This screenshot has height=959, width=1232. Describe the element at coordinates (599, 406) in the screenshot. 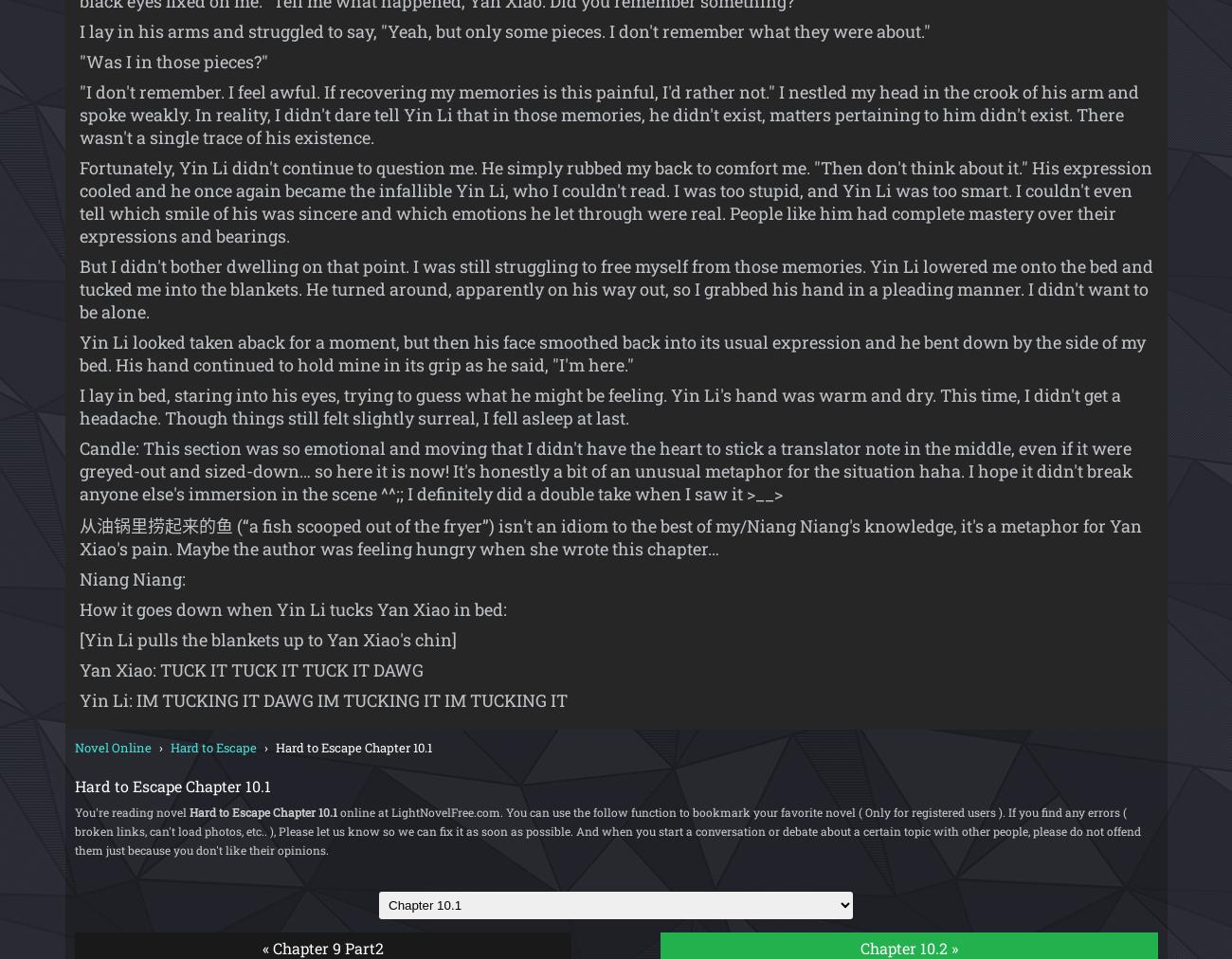

I see `'I lay in bed, staring into his eyes, trying to guess what he might be feeling. Yin Li's hand was warm and dry. This time, I didn't get a headache. Though things still felt slightly surreal, I fell asleep at last.'` at that location.